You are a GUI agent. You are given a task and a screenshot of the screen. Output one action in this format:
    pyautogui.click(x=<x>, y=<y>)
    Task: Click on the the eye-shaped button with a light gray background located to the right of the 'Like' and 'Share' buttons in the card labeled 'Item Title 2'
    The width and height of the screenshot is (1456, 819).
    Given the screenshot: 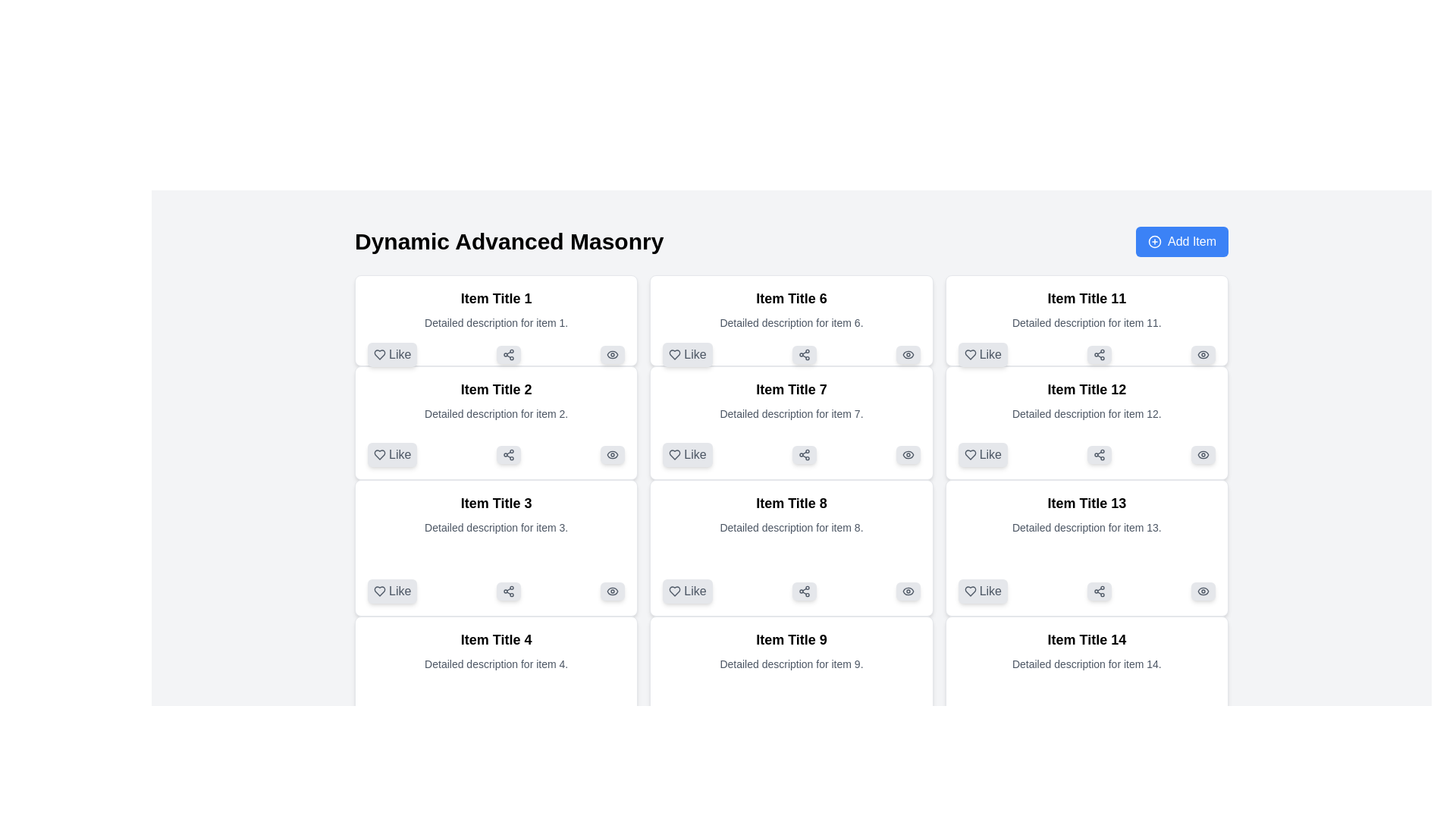 What is the action you would take?
    pyautogui.click(x=613, y=454)
    